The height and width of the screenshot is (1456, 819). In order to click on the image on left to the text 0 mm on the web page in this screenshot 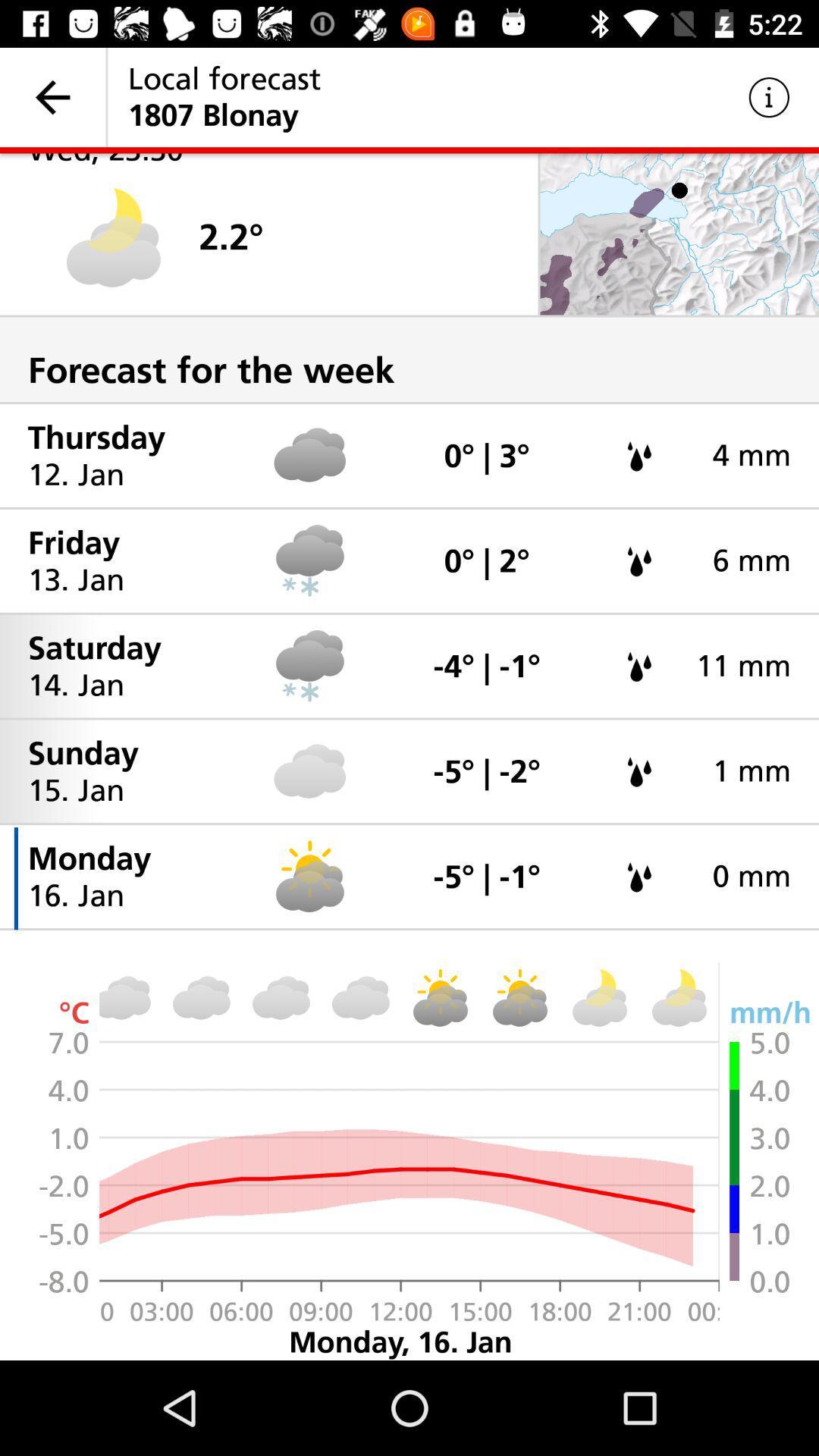, I will do `click(640, 877)`.